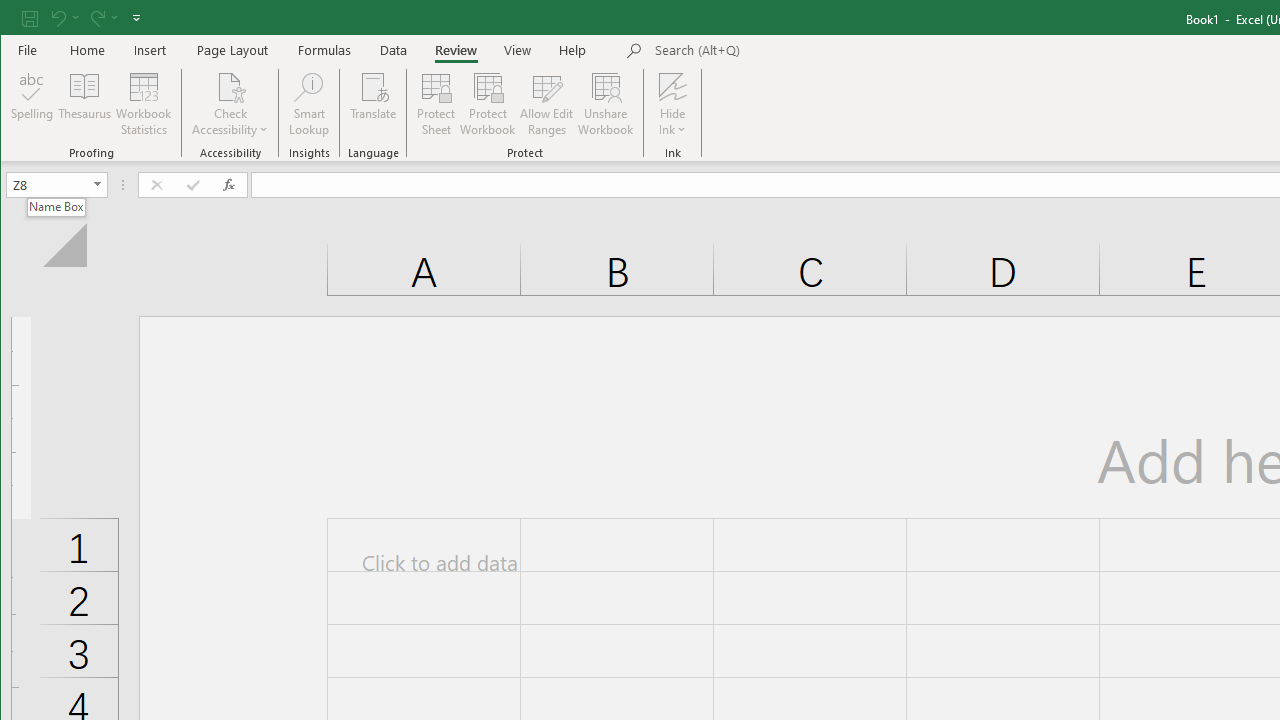 The width and height of the screenshot is (1280, 720). Describe the element at coordinates (84, 104) in the screenshot. I see `'Thesaurus...'` at that location.